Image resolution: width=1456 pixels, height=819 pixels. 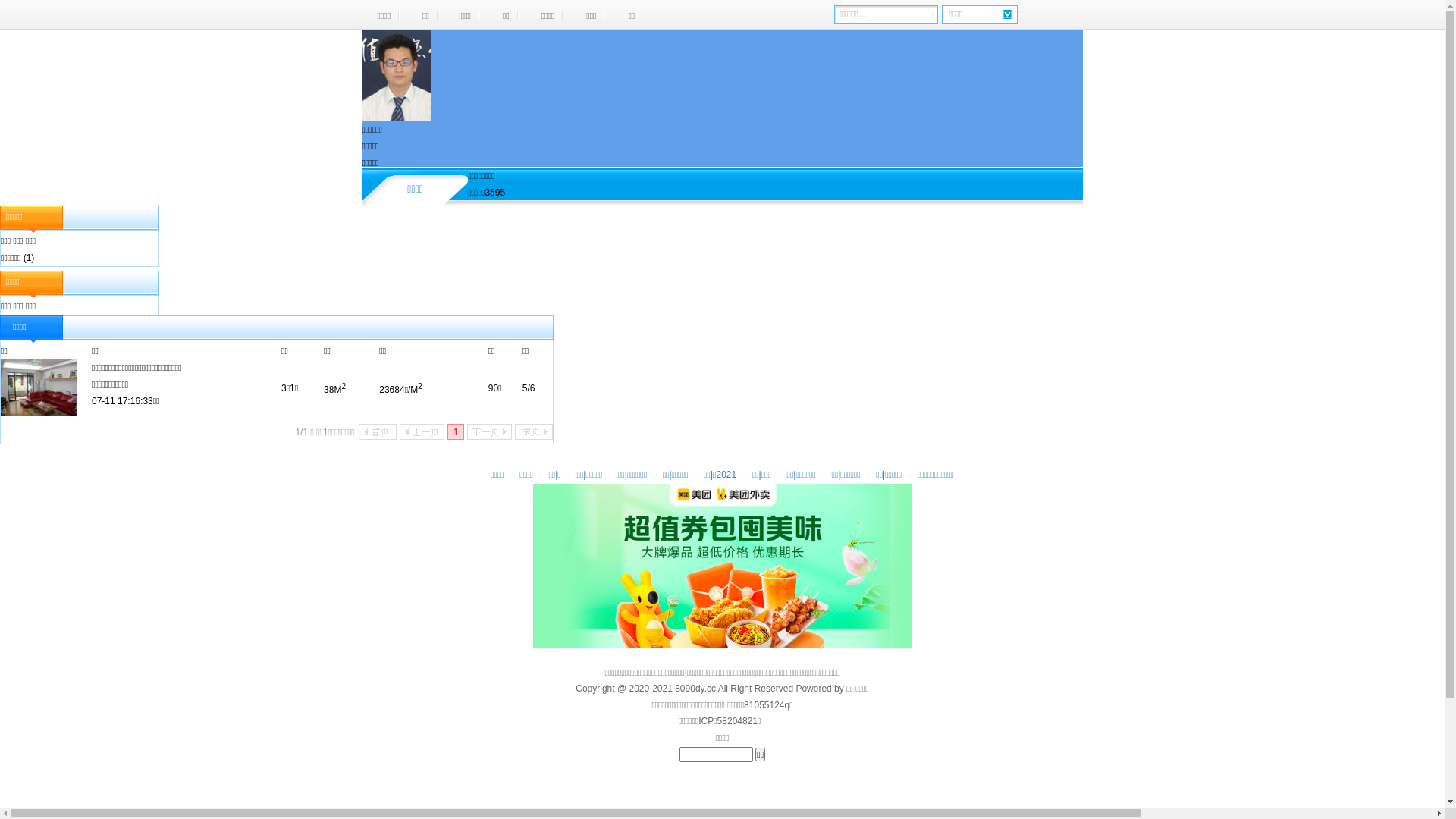 I want to click on '1', so click(x=447, y=431).